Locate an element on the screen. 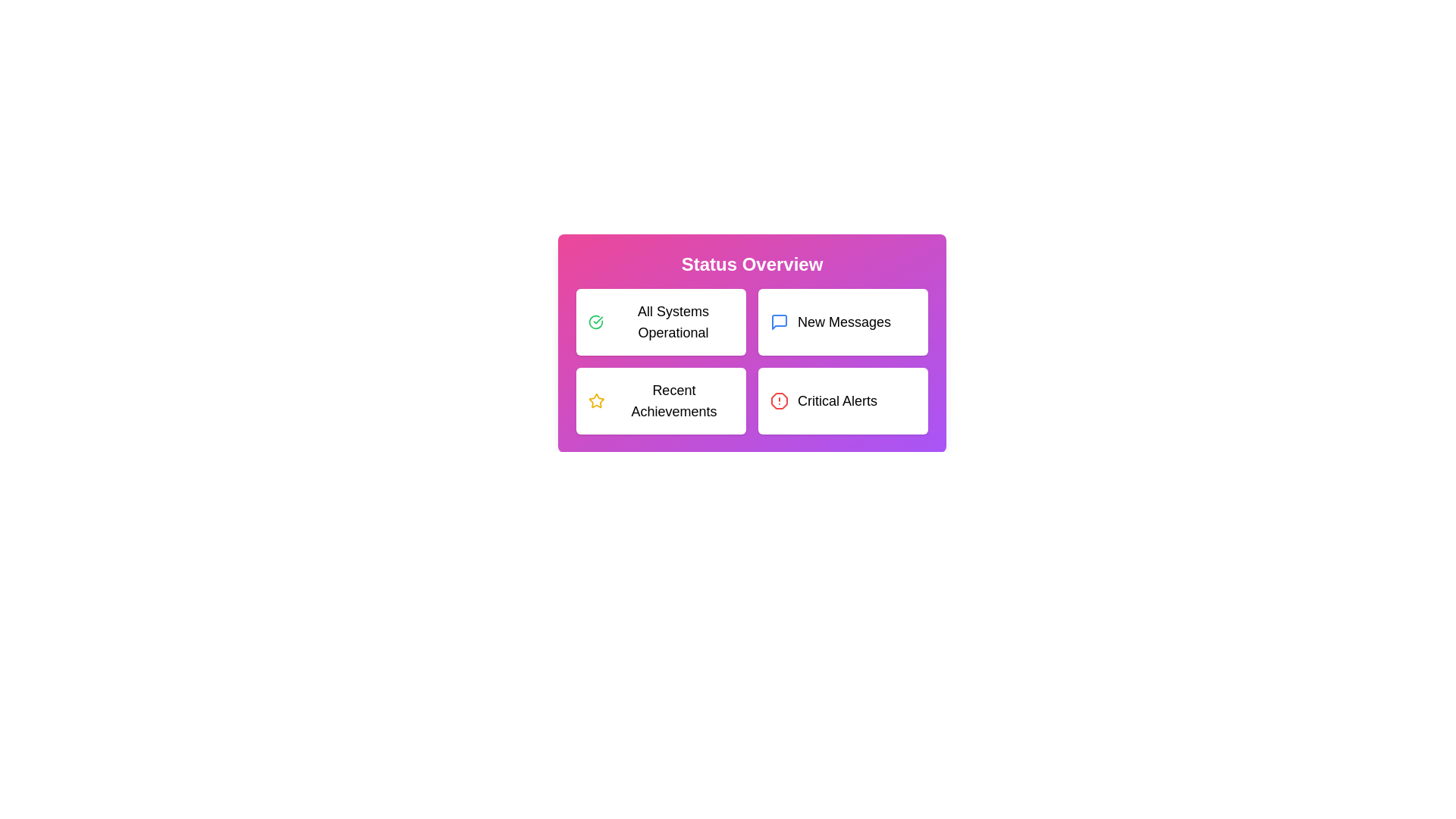  the operational status icon located in the top-left card of the 'Status Overview' section, which is situated to the left of the text 'All Systems Operational' is located at coordinates (595, 321).